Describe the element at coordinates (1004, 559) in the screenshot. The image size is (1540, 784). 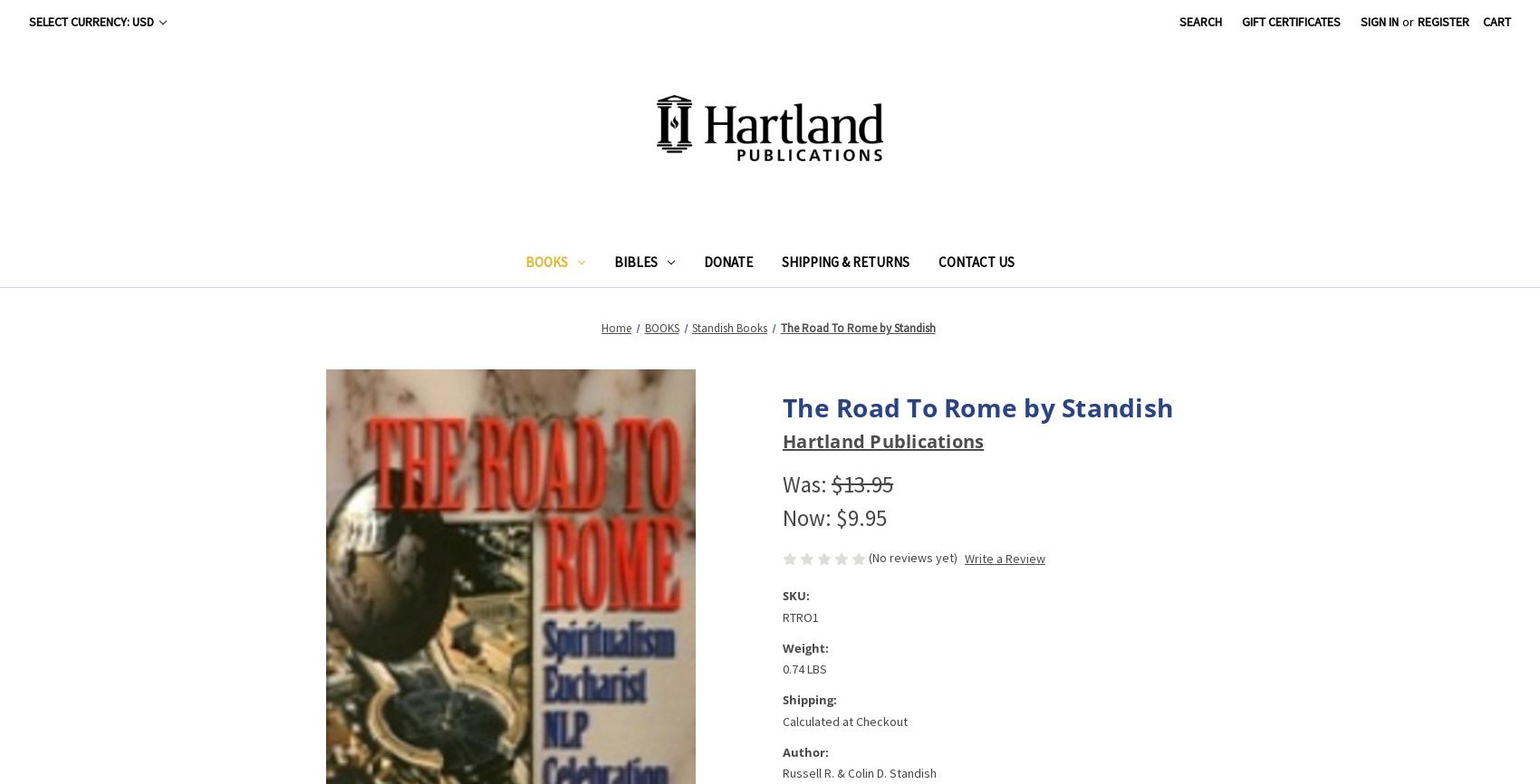
I see `'Write a Review'` at that location.